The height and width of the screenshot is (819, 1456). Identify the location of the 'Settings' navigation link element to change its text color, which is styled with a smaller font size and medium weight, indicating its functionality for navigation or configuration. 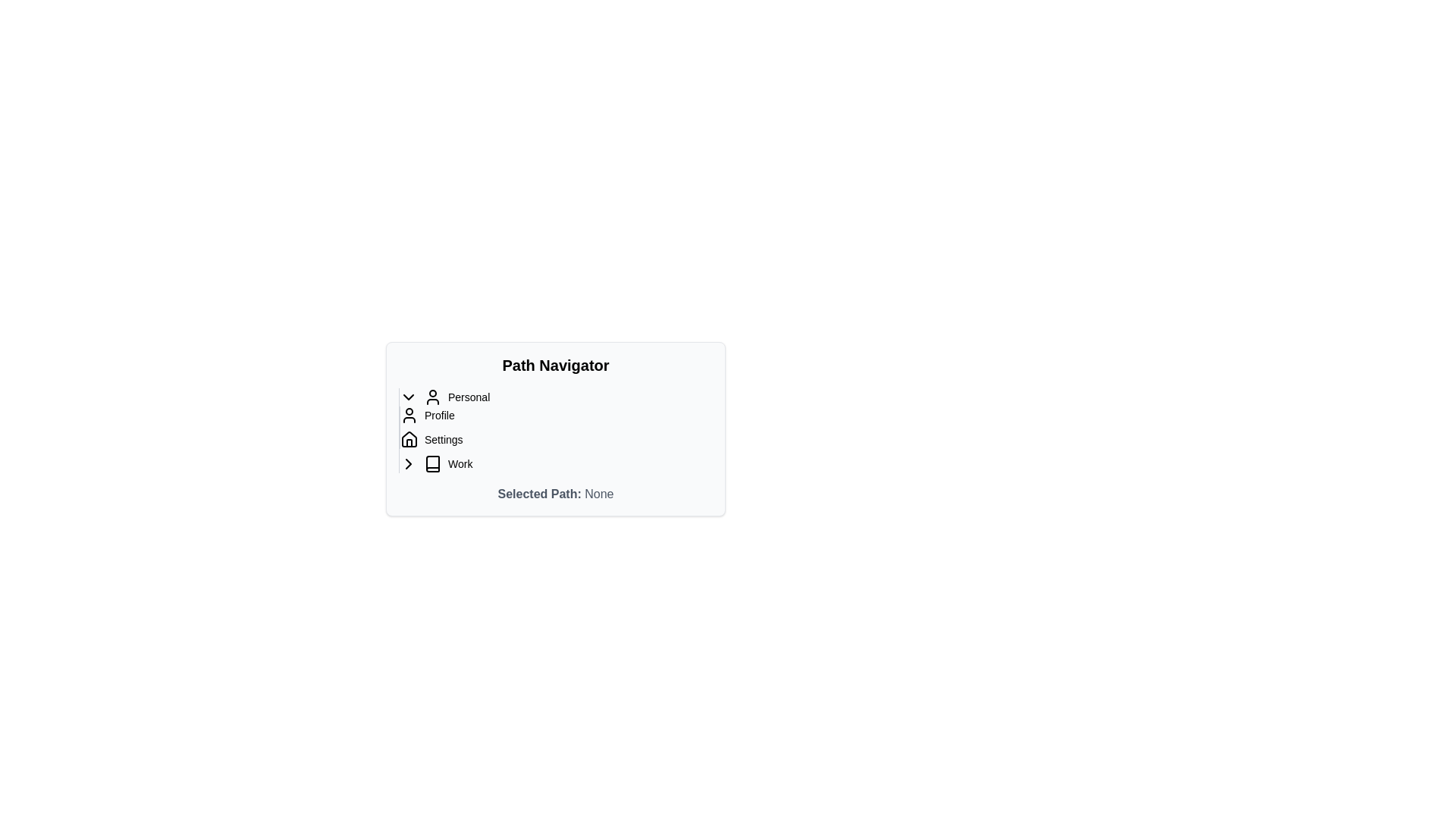
(431, 439).